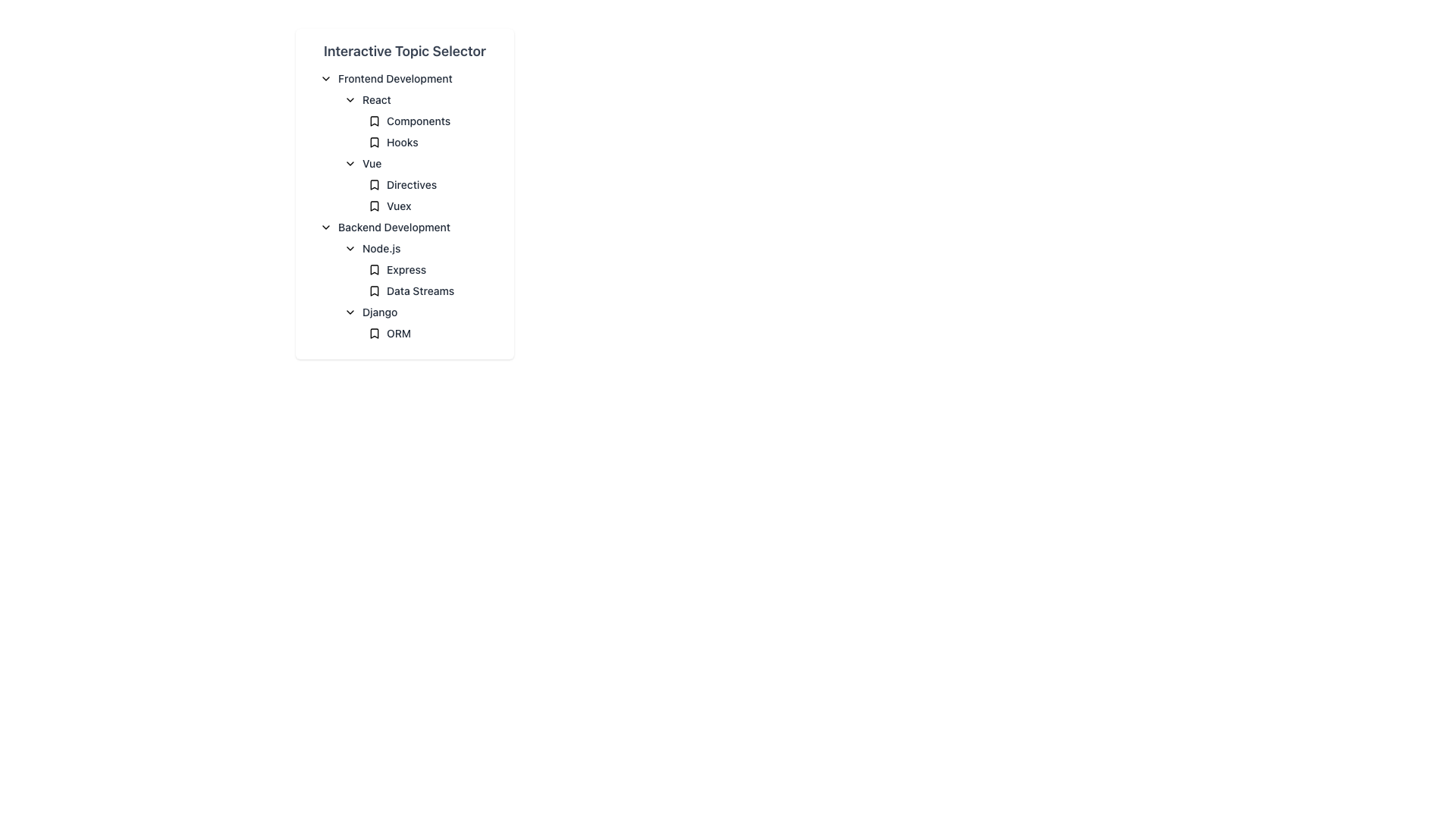 Image resolution: width=1456 pixels, height=819 pixels. Describe the element at coordinates (376, 99) in the screenshot. I see `the static text label displaying 'React' which is adjacent to an arrow-down icon under the 'Frontend Development' category` at that location.